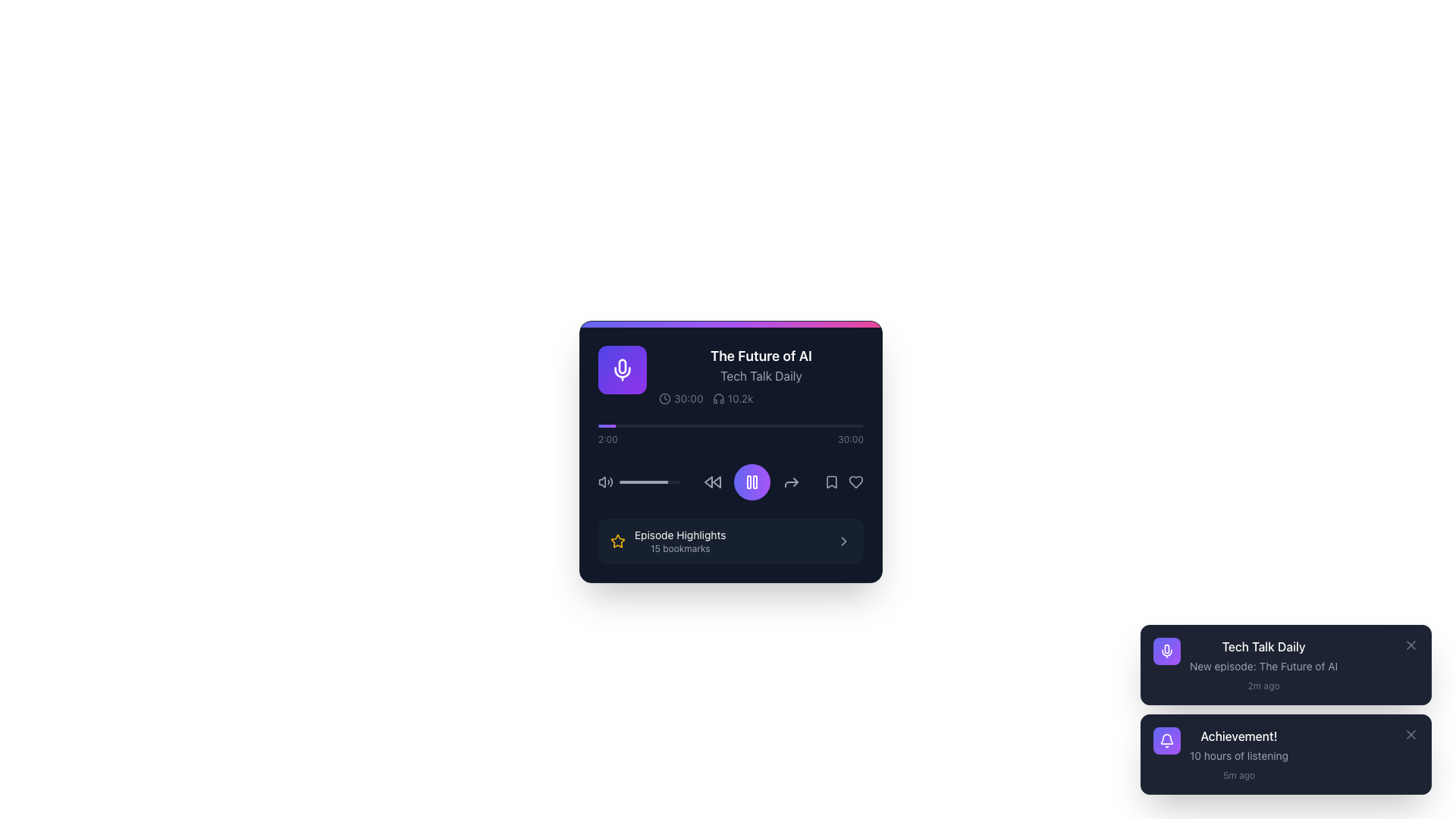 The width and height of the screenshot is (1456, 819). What do you see at coordinates (629, 482) in the screenshot?
I see `the volume` at bounding box center [629, 482].